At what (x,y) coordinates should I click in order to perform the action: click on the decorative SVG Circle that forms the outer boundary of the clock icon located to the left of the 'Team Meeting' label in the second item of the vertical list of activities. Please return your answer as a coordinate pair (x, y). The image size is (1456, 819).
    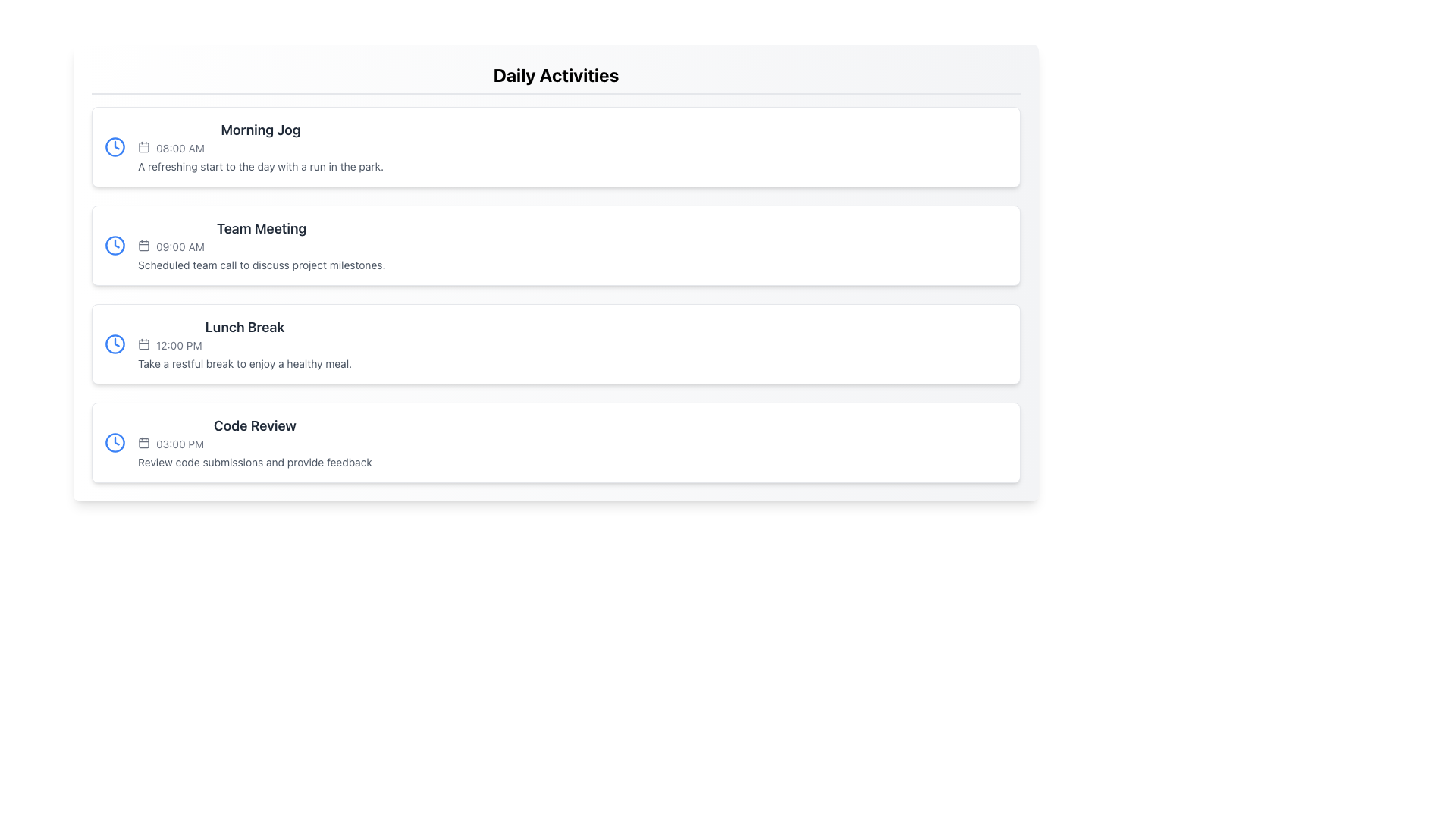
    Looking at the image, I should click on (115, 245).